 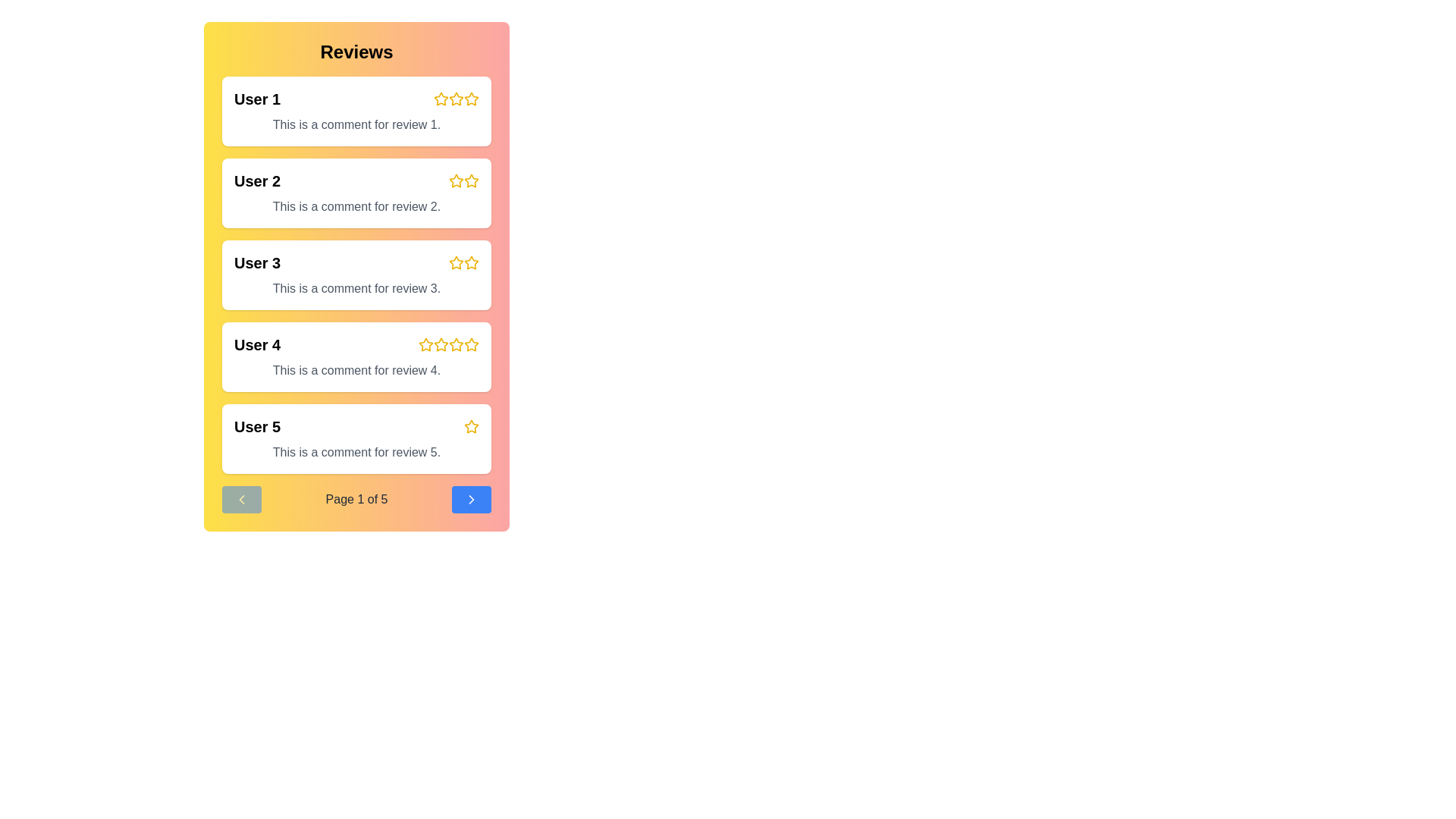 What do you see at coordinates (471, 262) in the screenshot?
I see `the third star icon in the review section for 'User 3's review, which serves as a visual indicator in a rating system` at bounding box center [471, 262].